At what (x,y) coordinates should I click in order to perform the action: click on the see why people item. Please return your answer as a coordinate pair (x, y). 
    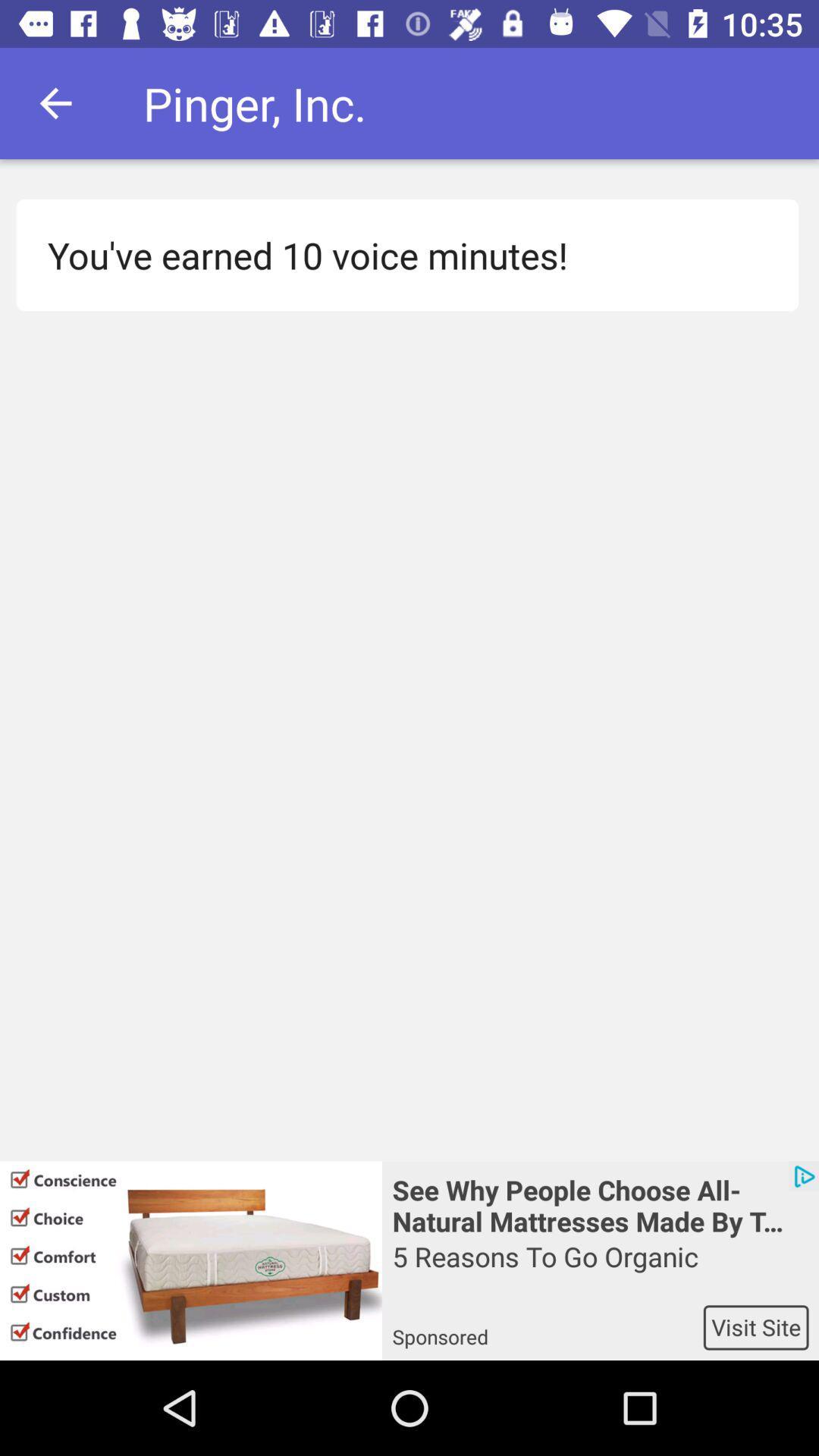
    Looking at the image, I should click on (599, 1203).